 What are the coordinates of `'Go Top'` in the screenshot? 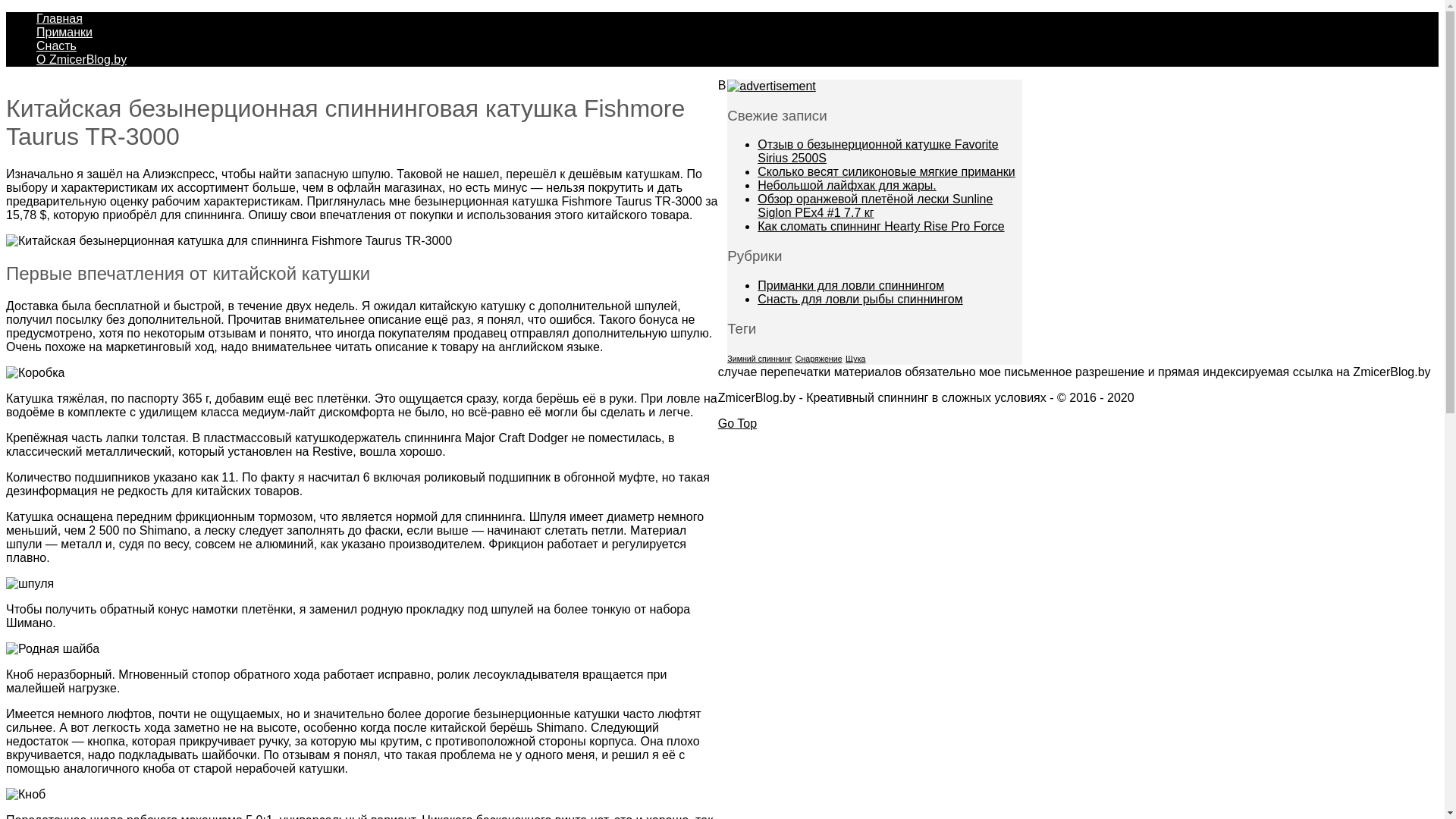 It's located at (717, 423).